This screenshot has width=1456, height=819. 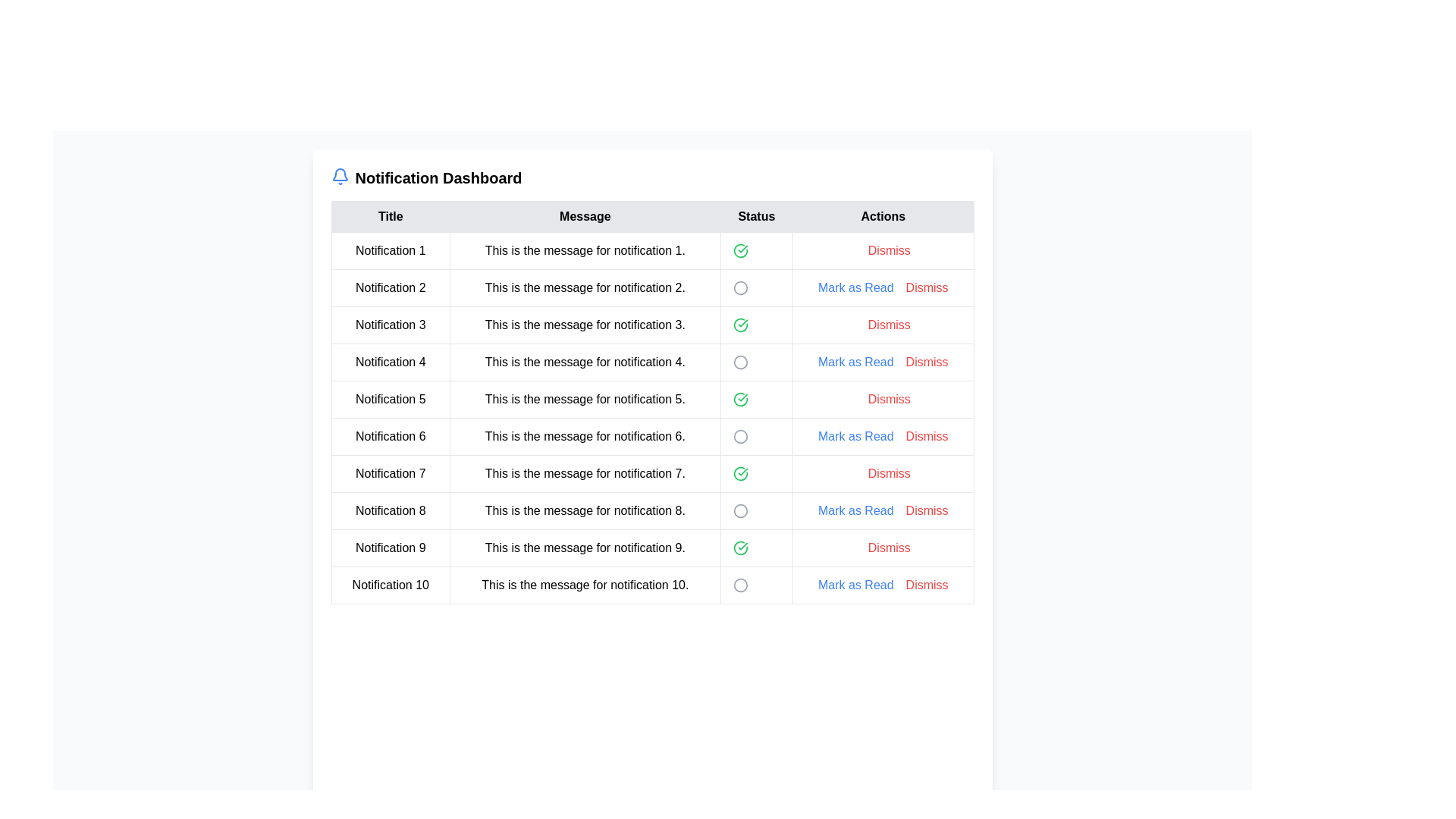 I want to click on the table header cell that sorts the messages or descriptions column, located between the 'Title' and 'Status' headers, so click(x=584, y=216).